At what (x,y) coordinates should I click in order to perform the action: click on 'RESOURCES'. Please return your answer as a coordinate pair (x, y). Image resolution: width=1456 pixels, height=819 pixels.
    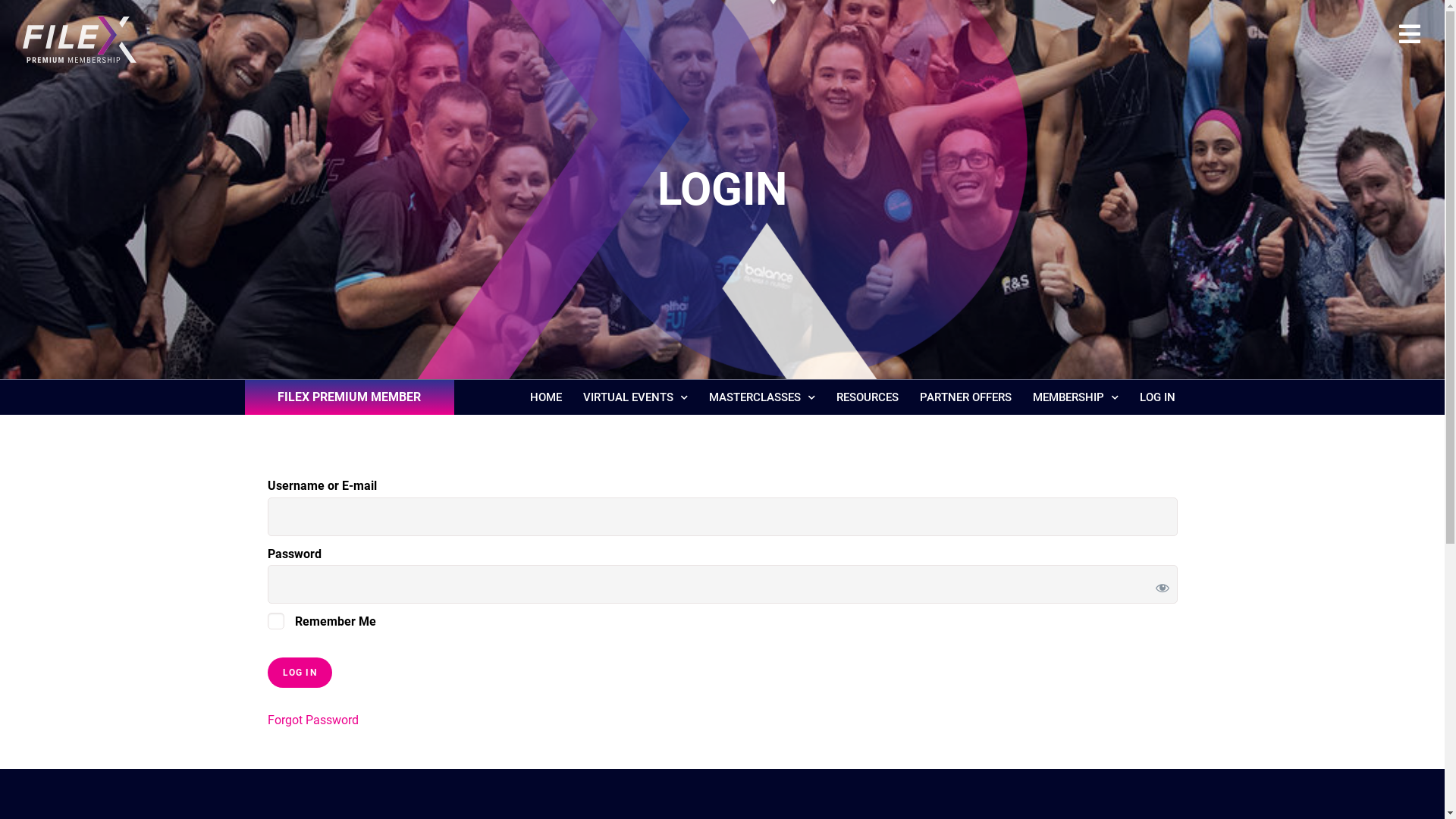
    Looking at the image, I should click on (867, 397).